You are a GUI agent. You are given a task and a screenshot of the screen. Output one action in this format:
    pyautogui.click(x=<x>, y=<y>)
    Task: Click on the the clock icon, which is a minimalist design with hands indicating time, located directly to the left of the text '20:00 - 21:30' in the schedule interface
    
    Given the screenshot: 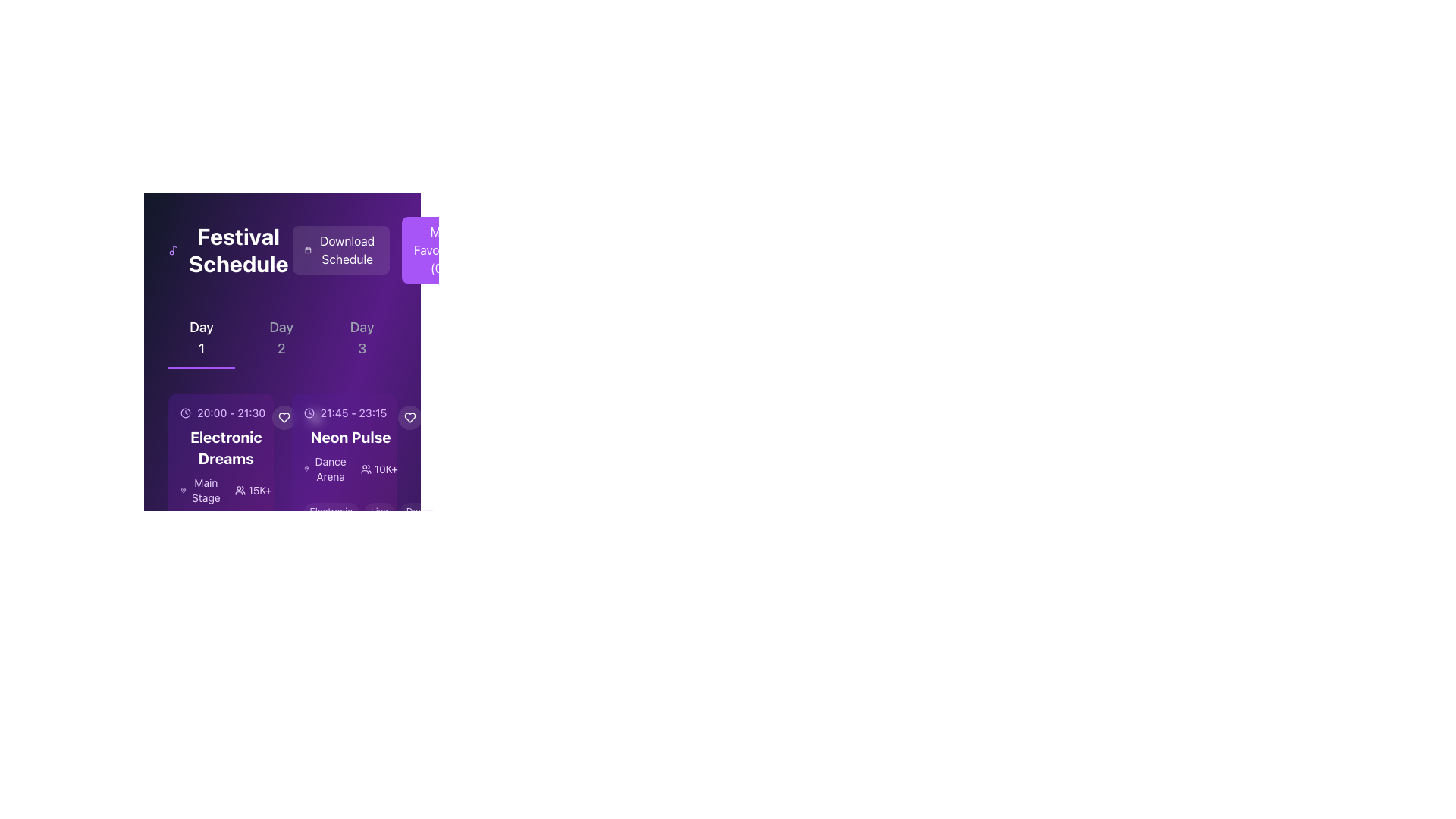 What is the action you would take?
    pyautogui.click(x=184, y=413)
    